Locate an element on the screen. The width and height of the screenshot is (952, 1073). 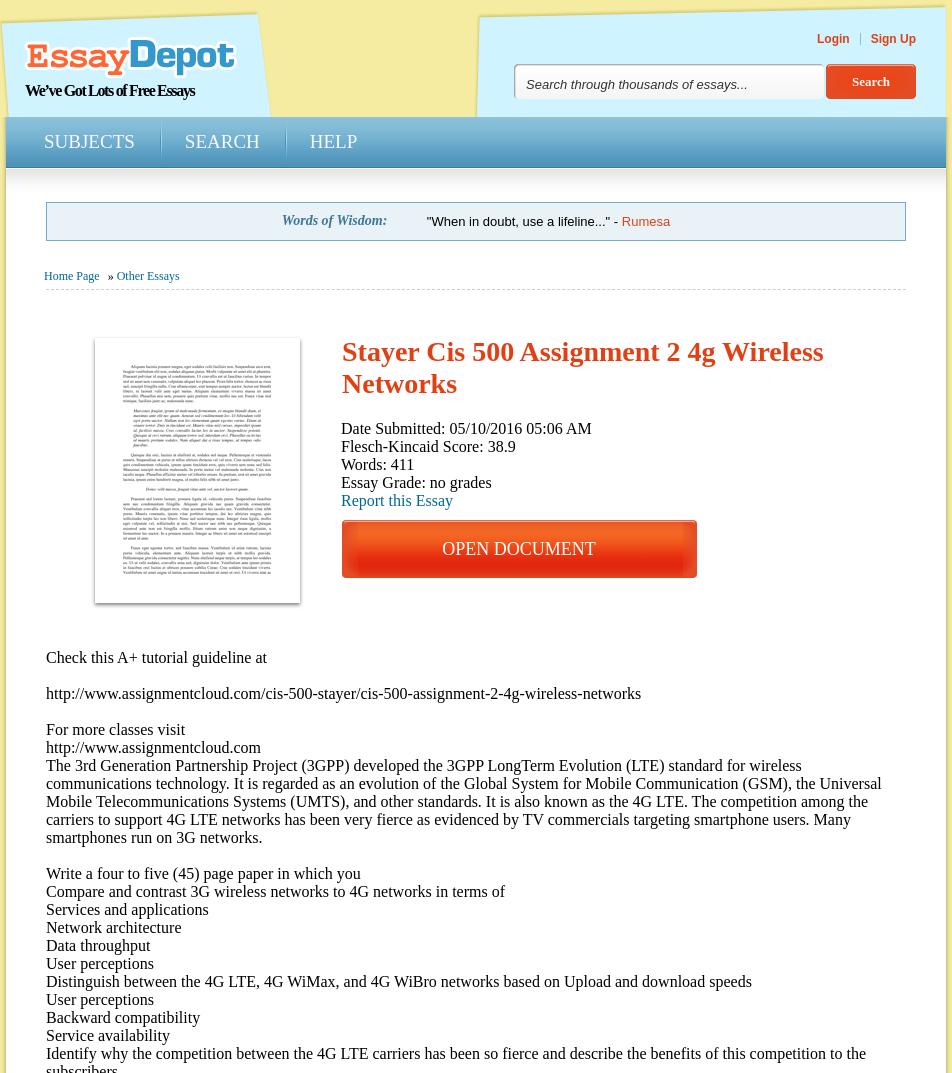
'Other Essays' is located at coordinates (147, 274).